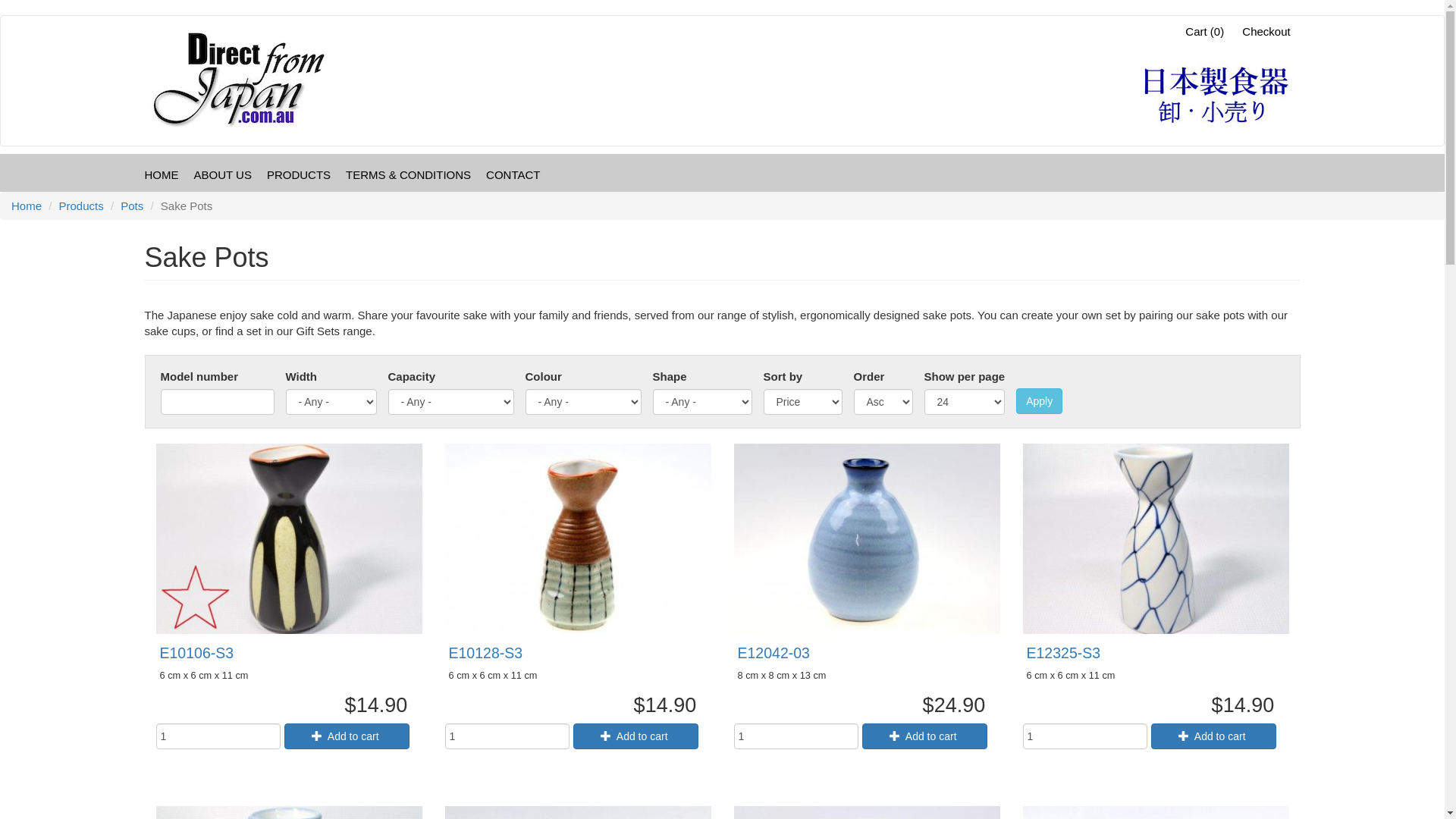 This screenshot has width=1456, height=819. I want to click on 'Products', so click(80, 206).